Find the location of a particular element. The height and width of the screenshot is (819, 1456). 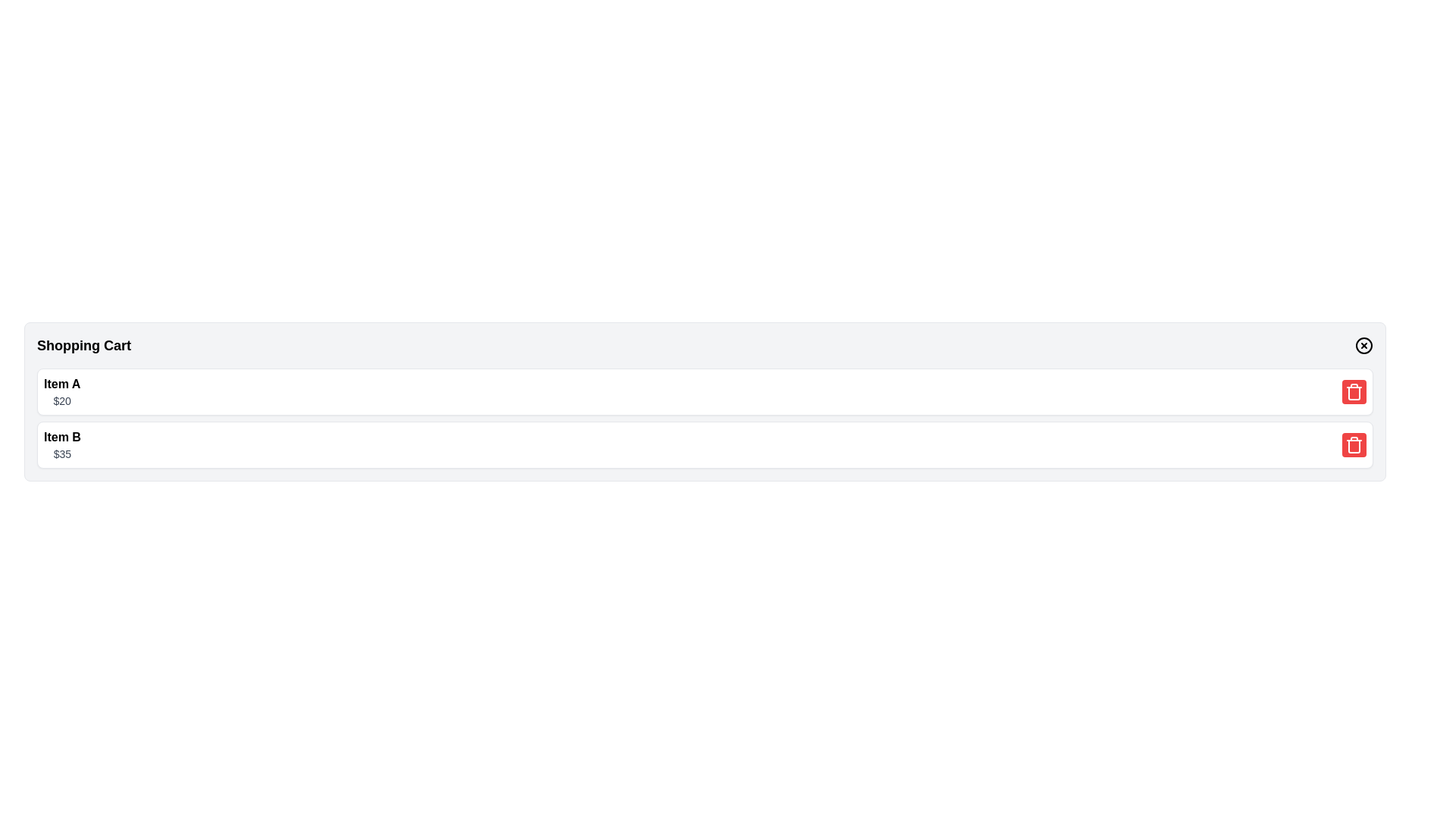

the trash can icon with a red background is located at coordinates (1354, 391).